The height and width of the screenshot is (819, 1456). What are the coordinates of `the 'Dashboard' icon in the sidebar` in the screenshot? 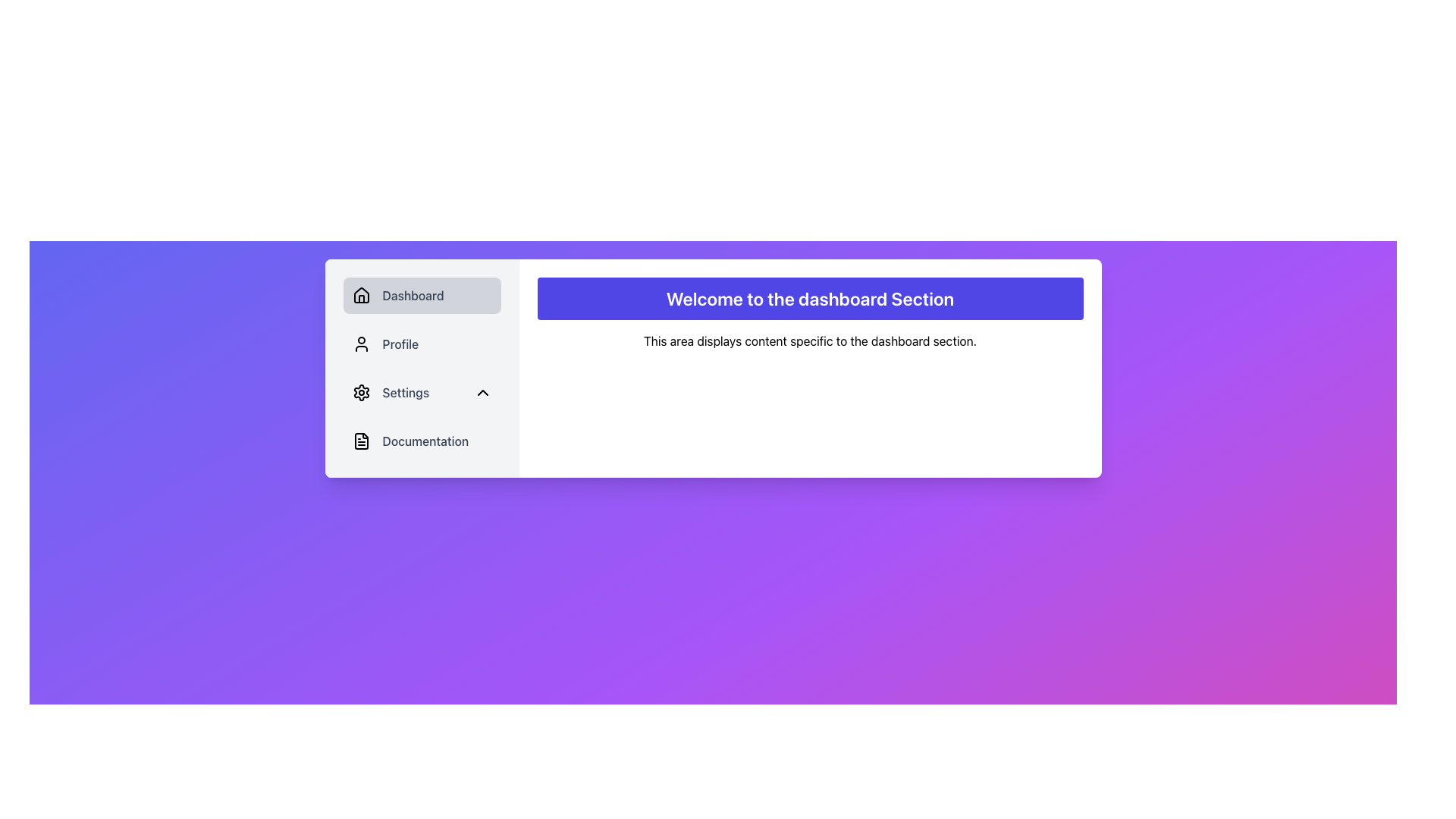 It's located at (360, 295).